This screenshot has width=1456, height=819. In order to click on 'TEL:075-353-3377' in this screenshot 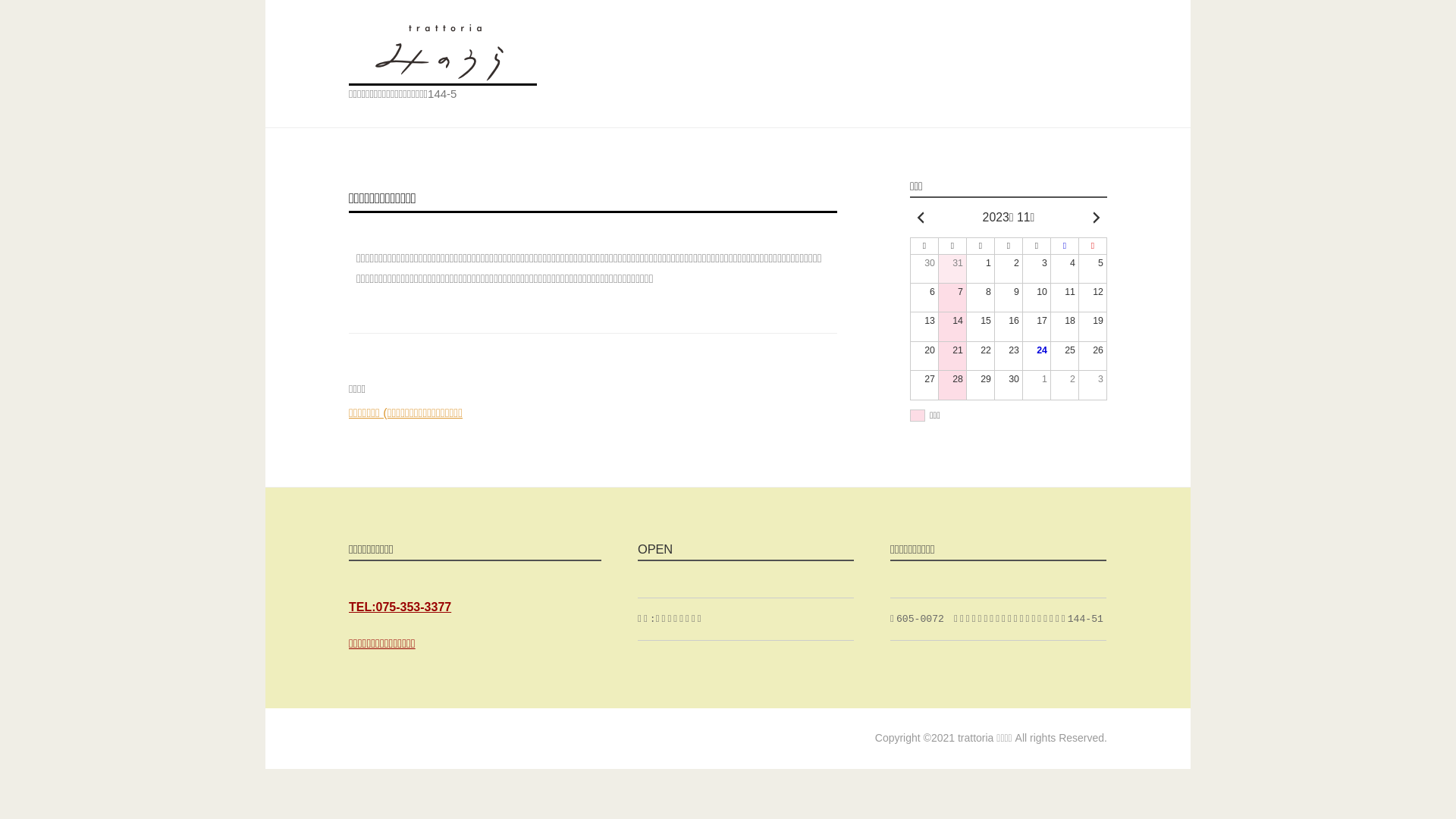, I will do `click(348, 606)`.